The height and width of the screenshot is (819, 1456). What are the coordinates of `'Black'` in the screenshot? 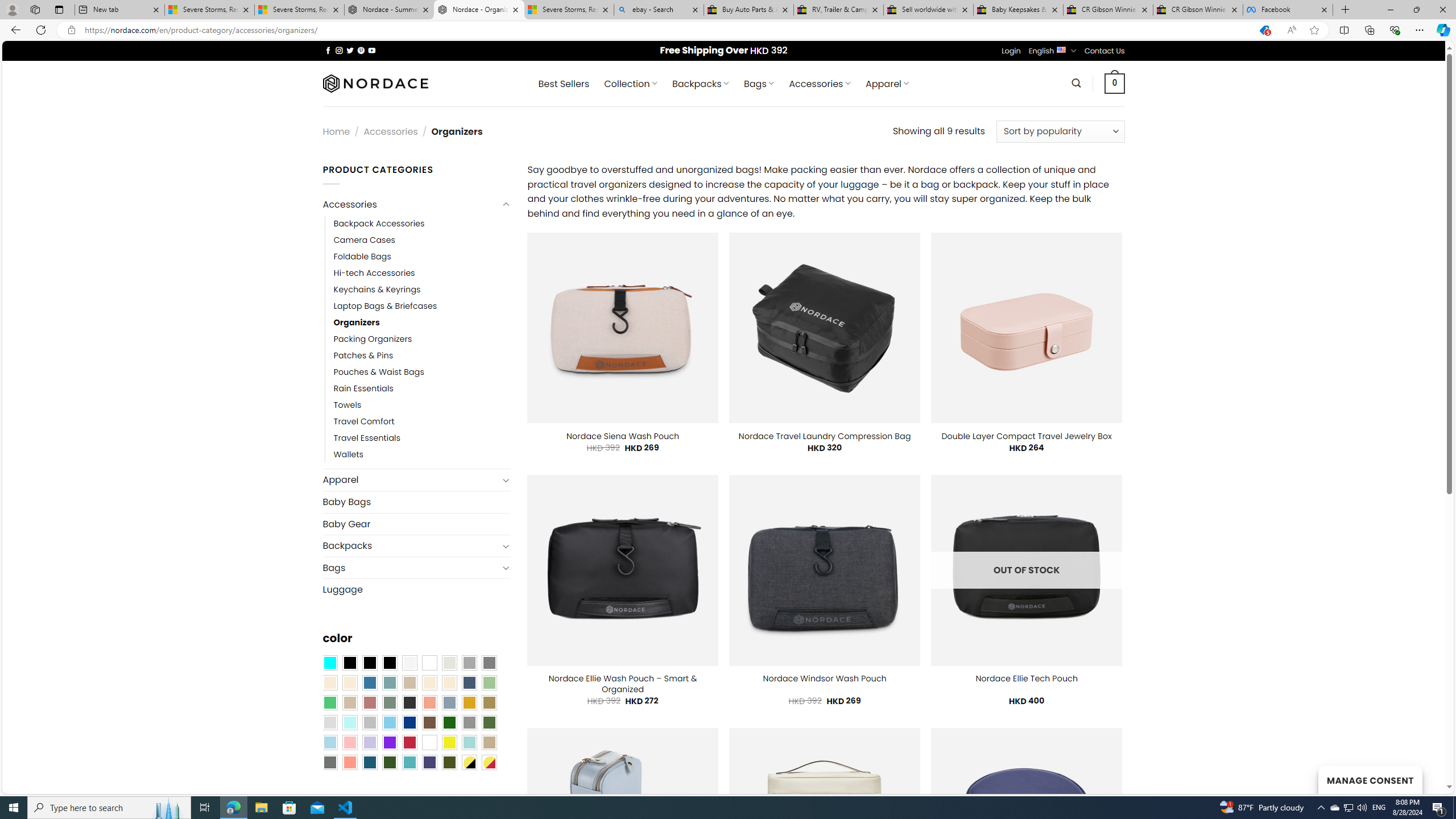 It's located at (369, 662).